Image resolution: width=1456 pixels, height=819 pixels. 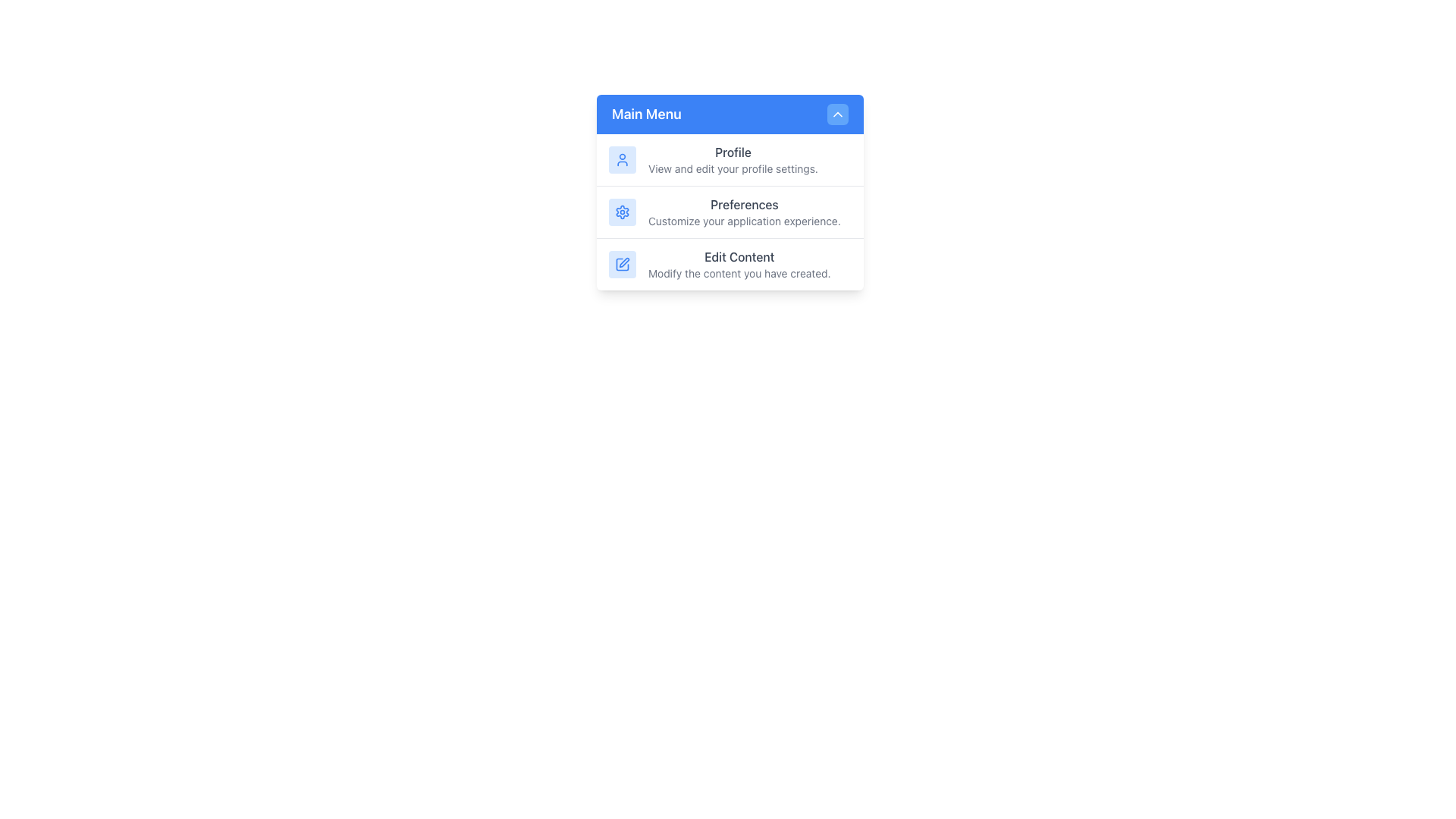 I want to click on the text label that reads 'Customize your application experience.', located below the 'Preferences' text and styled in small gray font, so click(x=744, y=221).